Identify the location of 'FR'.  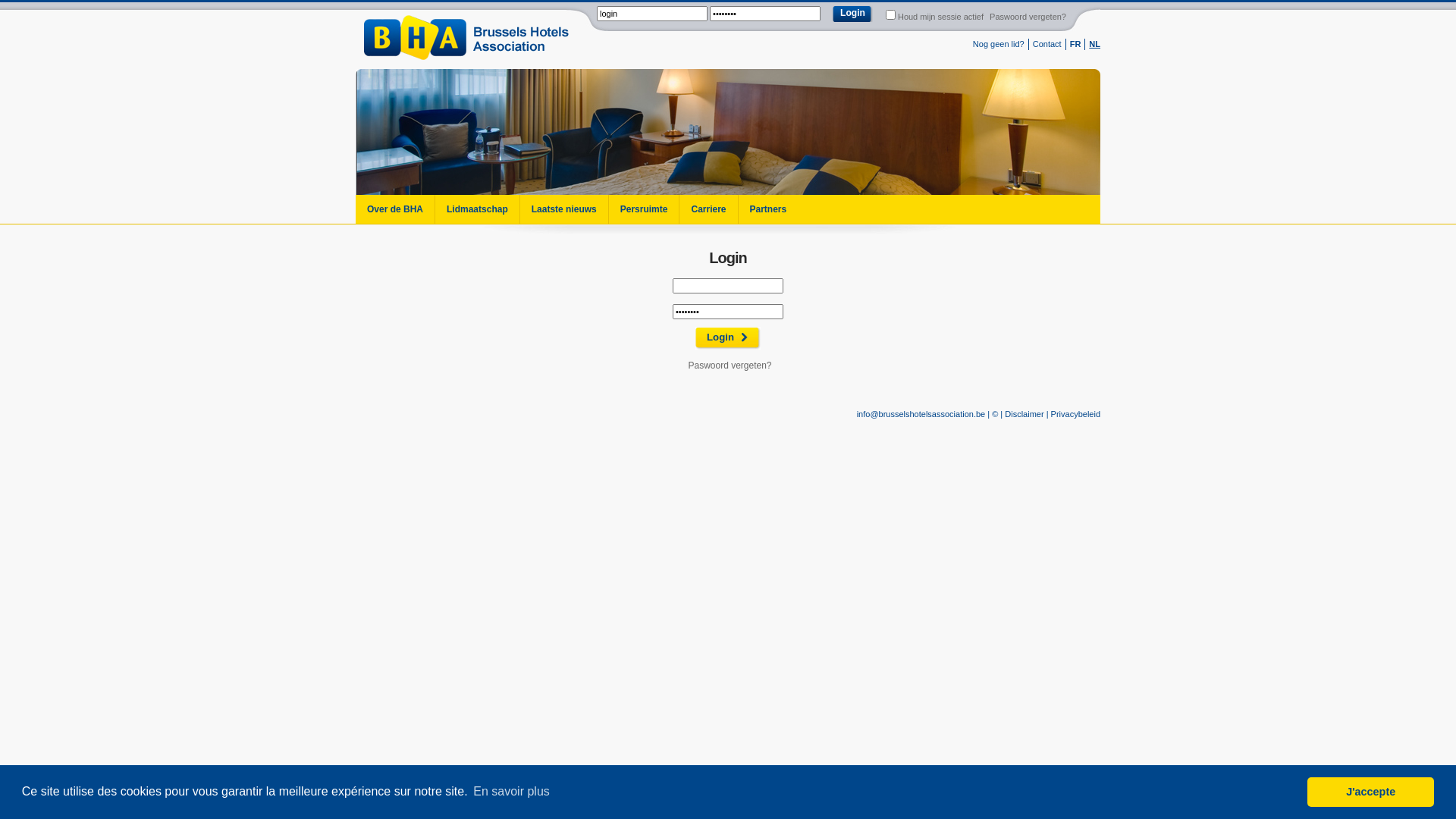
(1075, 42).